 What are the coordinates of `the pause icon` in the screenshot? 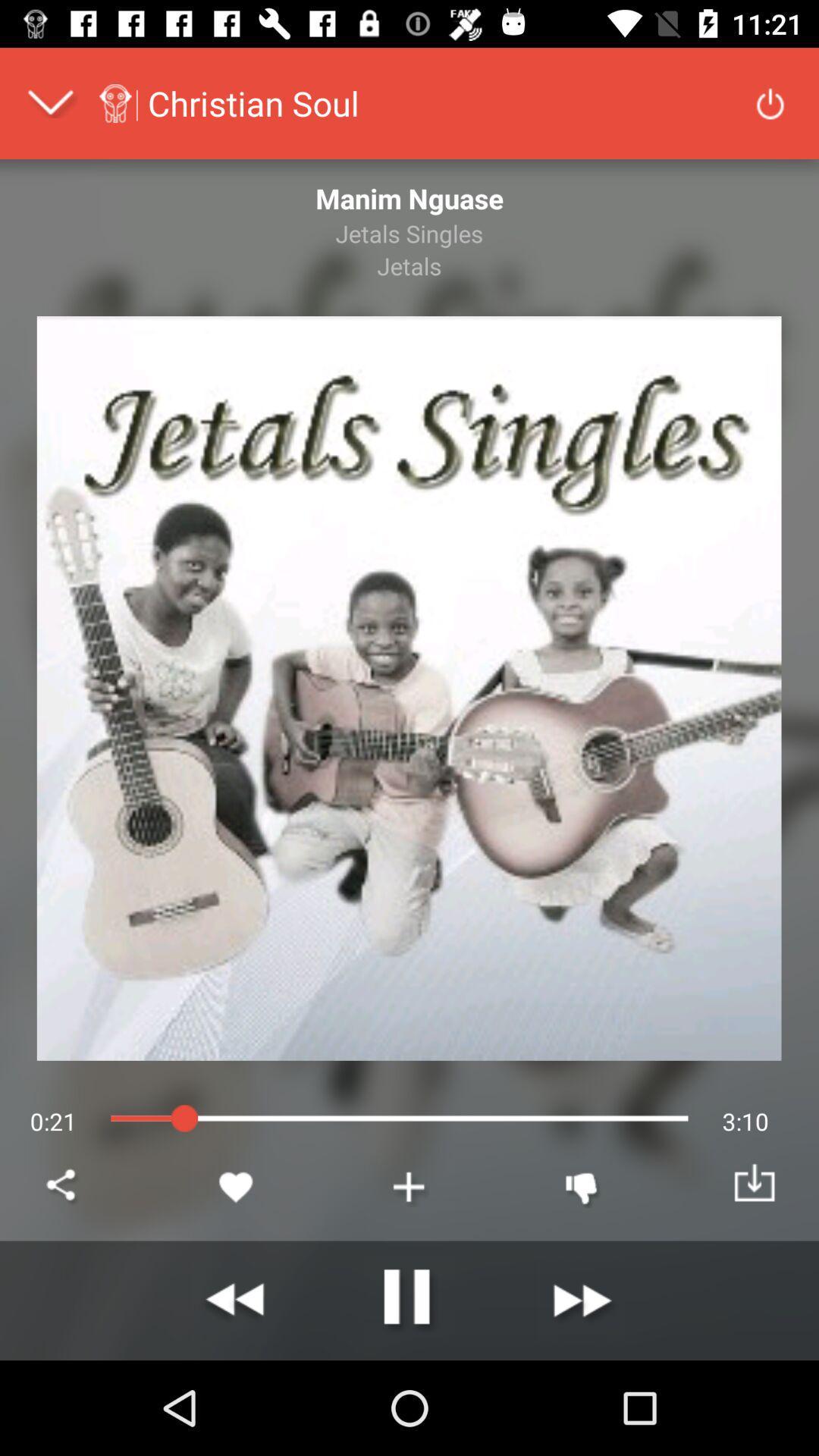 It's located at (409, 1300).